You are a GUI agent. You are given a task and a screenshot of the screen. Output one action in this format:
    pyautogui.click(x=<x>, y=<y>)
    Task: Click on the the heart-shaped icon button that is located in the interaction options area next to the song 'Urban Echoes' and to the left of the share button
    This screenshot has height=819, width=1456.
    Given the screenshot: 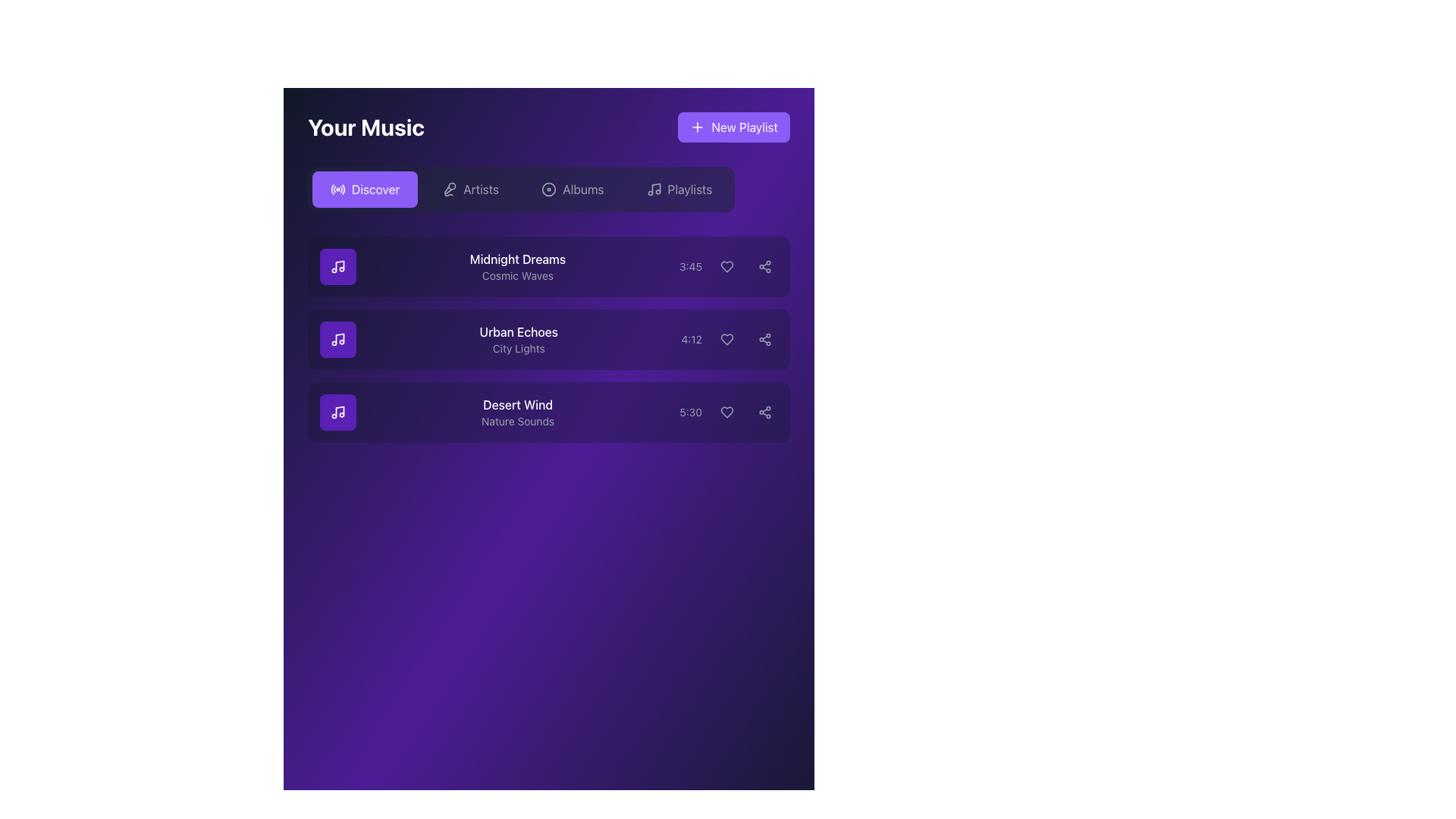 What is the action you would take?
    pyautogui.click(x=726, y=338)
    